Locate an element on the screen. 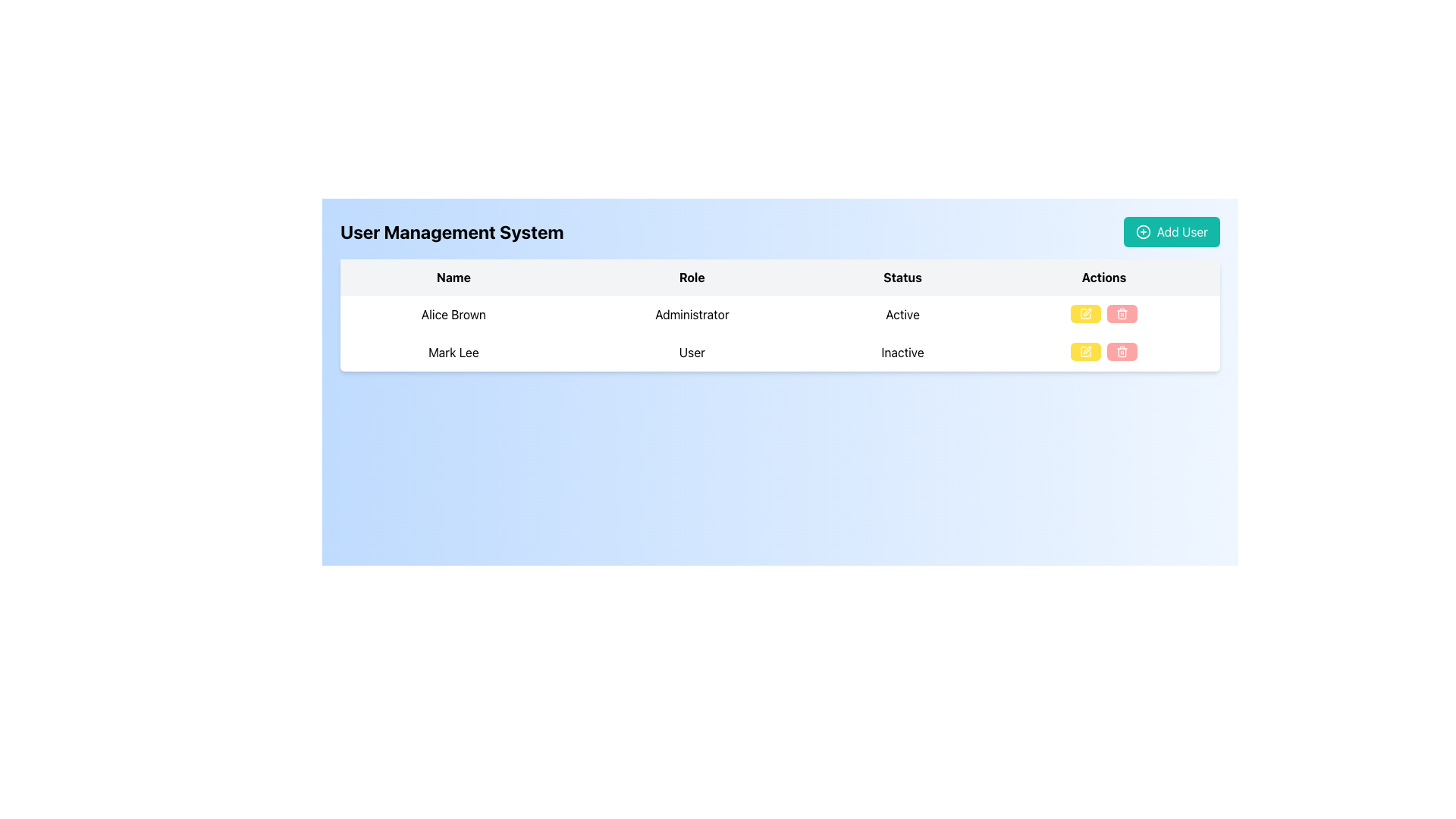  the edit button located in the 'Actions' column of the first row in the table is located at coordinates (1084, 312).